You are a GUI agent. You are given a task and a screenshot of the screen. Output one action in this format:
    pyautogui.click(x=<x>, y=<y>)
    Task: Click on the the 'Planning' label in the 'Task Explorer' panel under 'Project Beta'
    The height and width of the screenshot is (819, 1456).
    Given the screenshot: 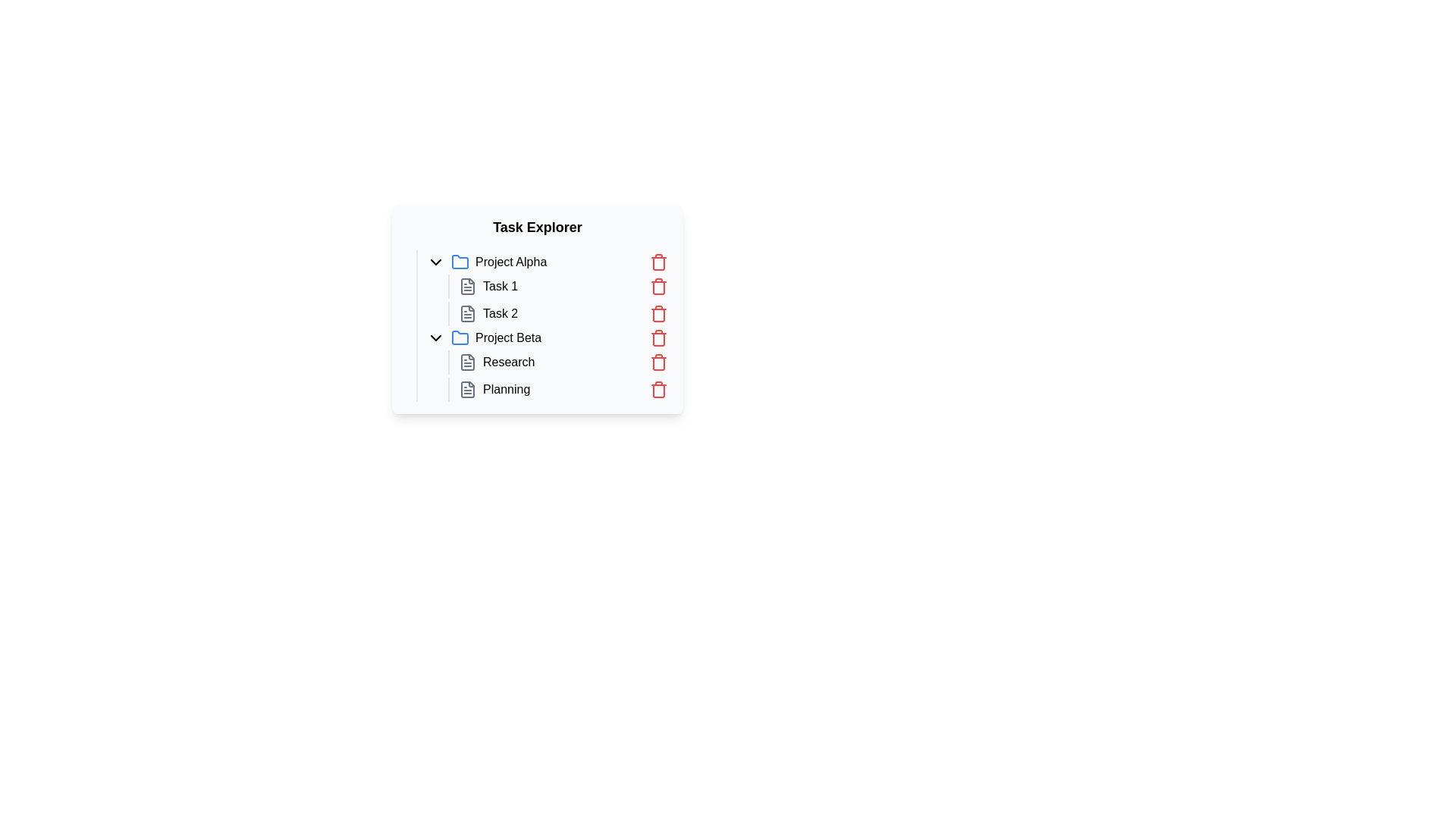 What is the action you would take?
    pyautogui.click(x=507, y=388)
    